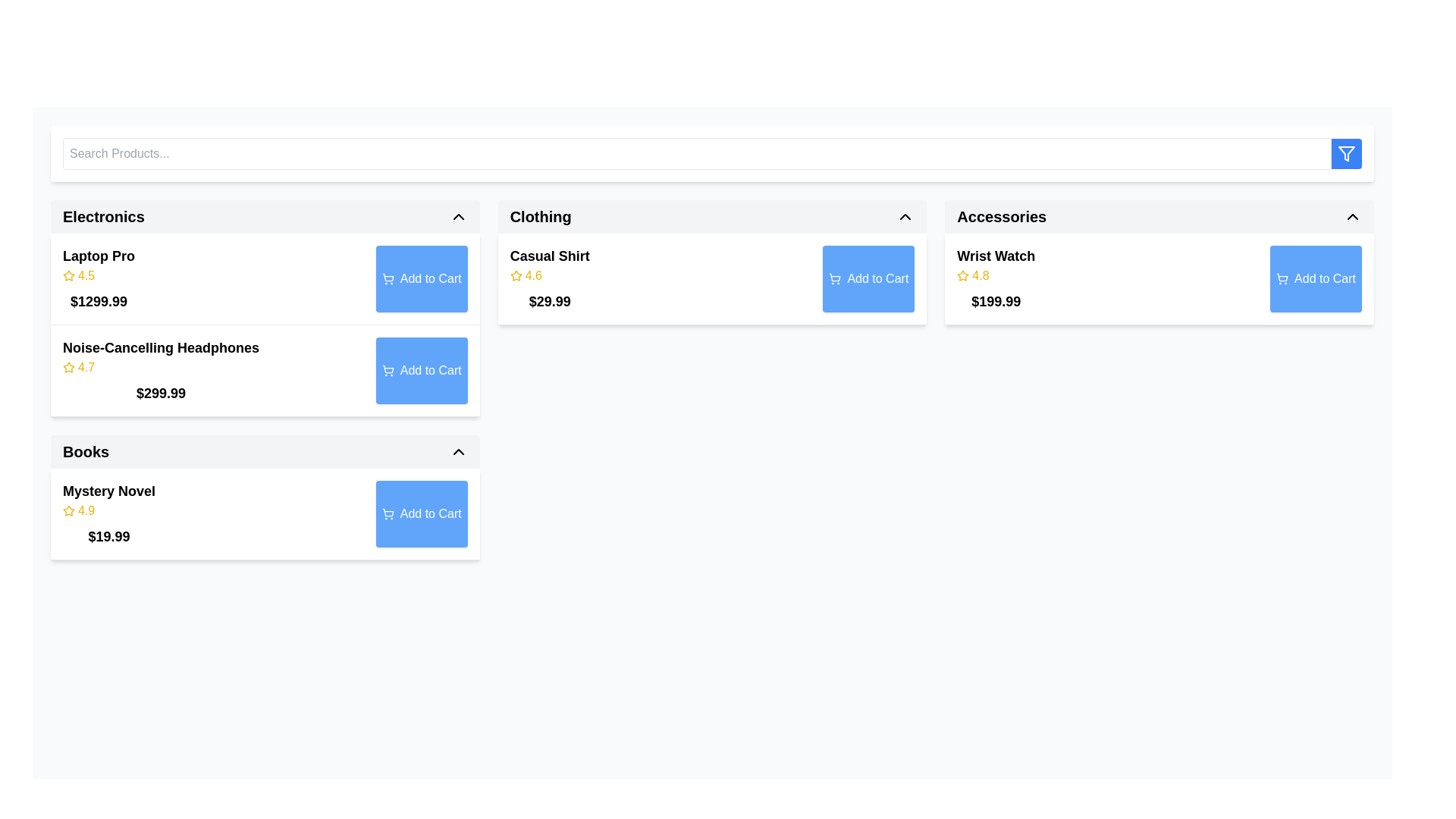  What do you see at coordinates (86, 368) in the screenshot?
I see `the text label displaying the rating value '4.7' in yellow color, located in the 'Noise-Cancelling Headphones' section under 'Electronics', positioned right of the star icon` at bounding box center [86, 368].